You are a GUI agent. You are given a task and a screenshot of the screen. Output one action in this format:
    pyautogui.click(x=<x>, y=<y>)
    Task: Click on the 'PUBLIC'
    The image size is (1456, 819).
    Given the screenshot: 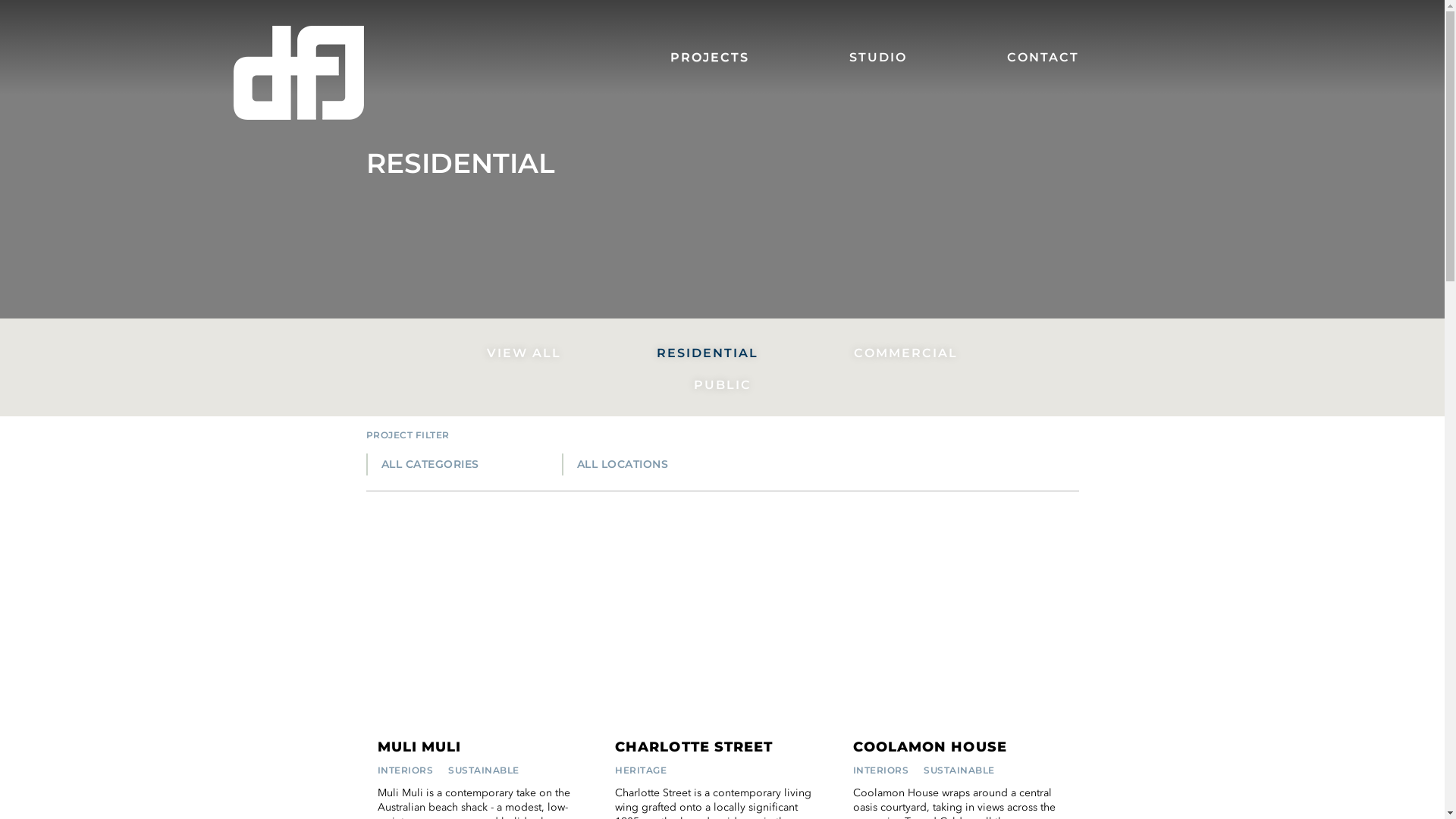 What is the action you would take?
    pyautogui.click(x=722, y=384)
    